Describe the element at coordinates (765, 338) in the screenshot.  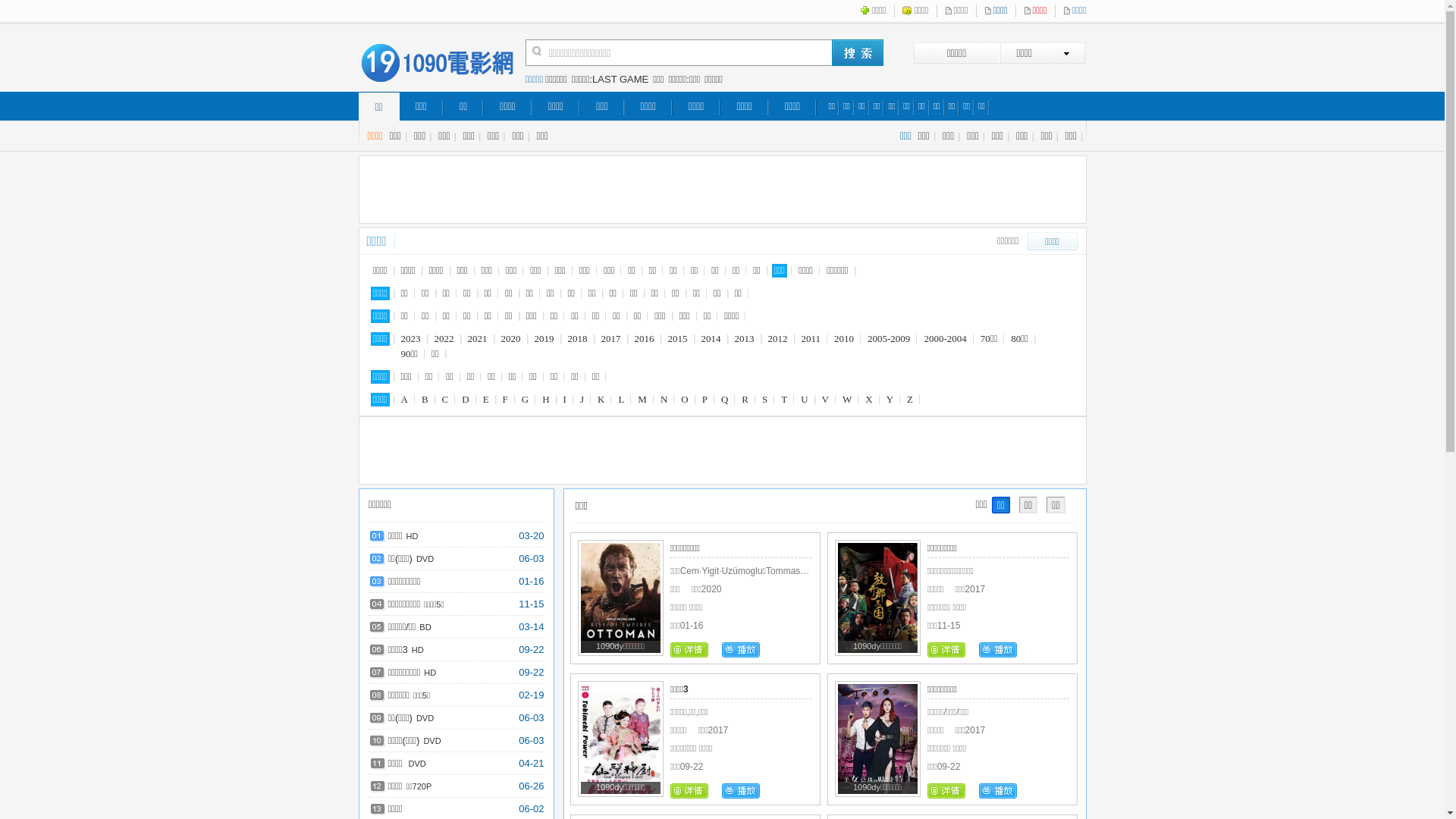
I see `'2012'` at that location.